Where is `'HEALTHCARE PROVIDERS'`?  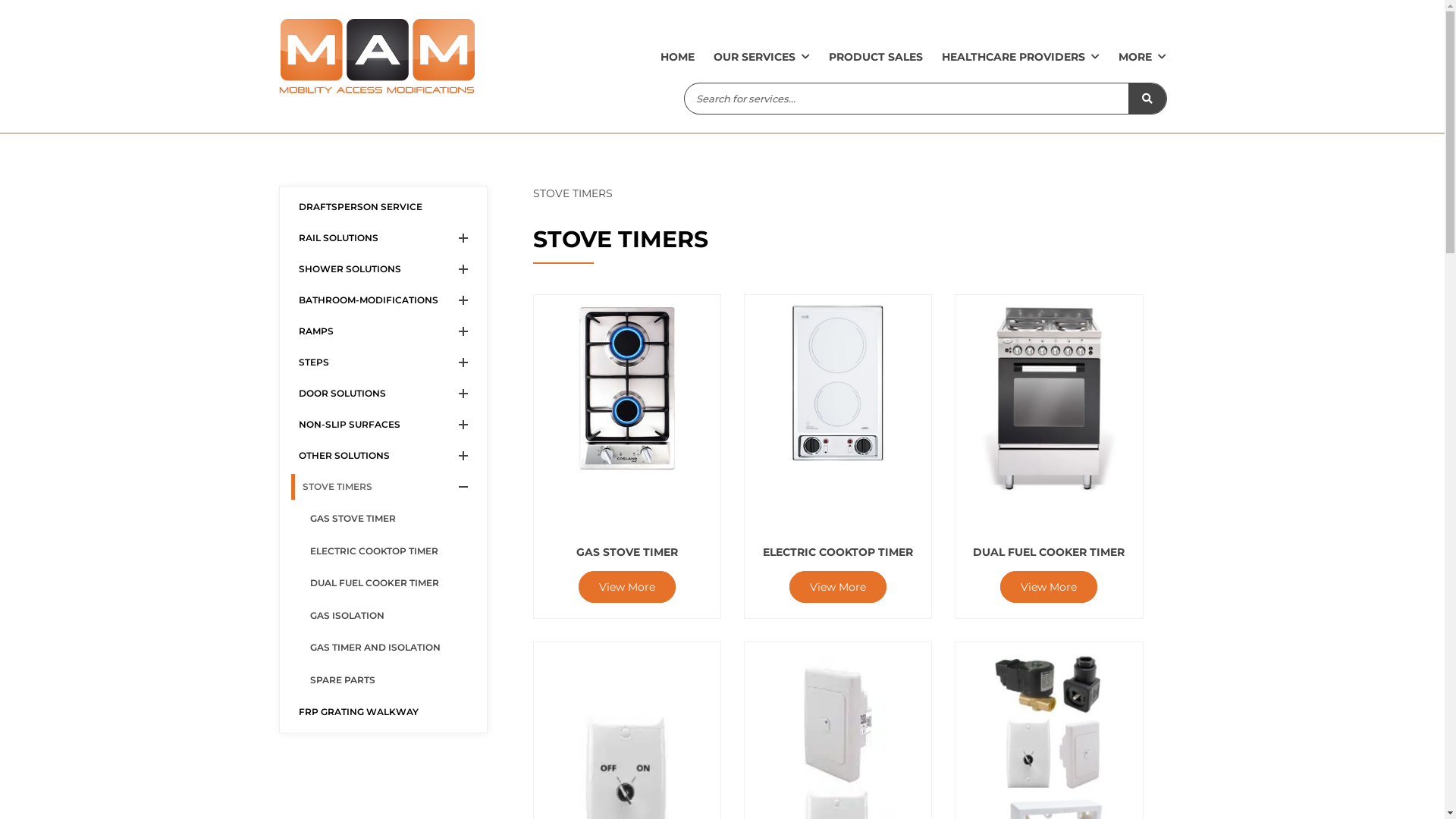 'HEALTHCARE PROVIDERS' is located at coordinates (1013, 55).